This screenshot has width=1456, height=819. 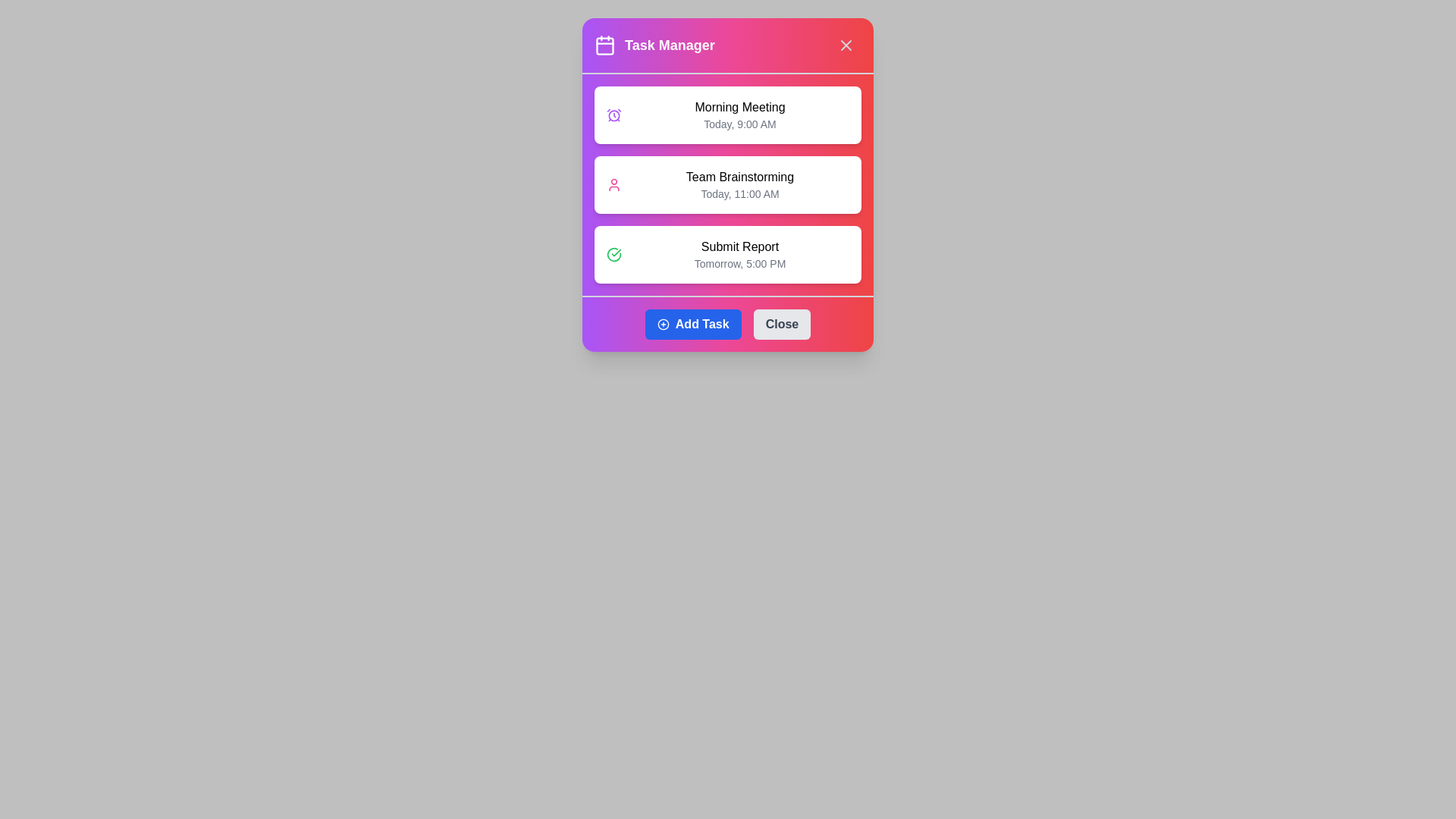 I want to click on the third task card in the 'Task Manager' modal, so click(x=739, y=253).